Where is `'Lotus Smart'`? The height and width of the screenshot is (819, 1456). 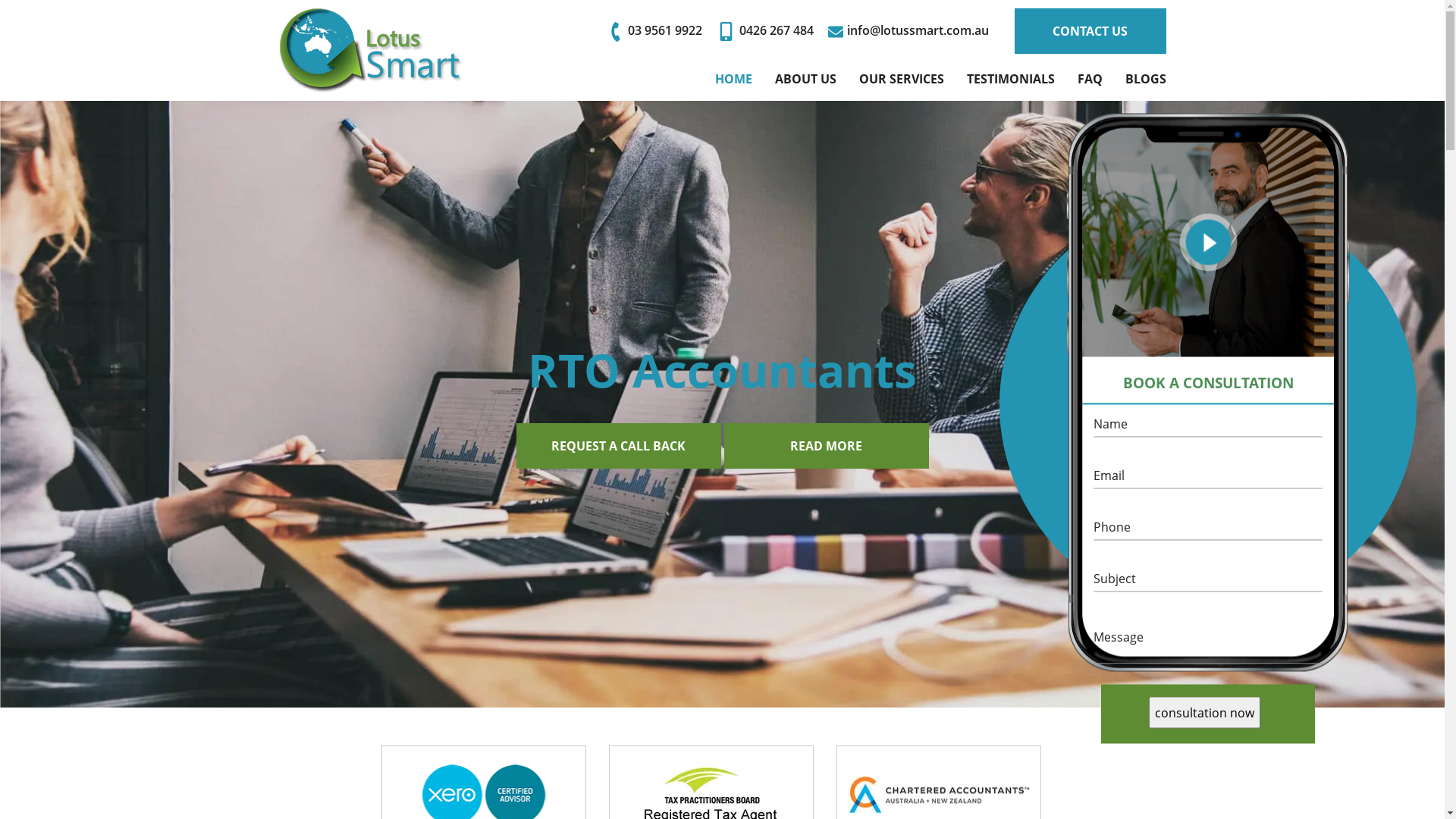 'Lotus Smart' is located at coordinates (371, 49).